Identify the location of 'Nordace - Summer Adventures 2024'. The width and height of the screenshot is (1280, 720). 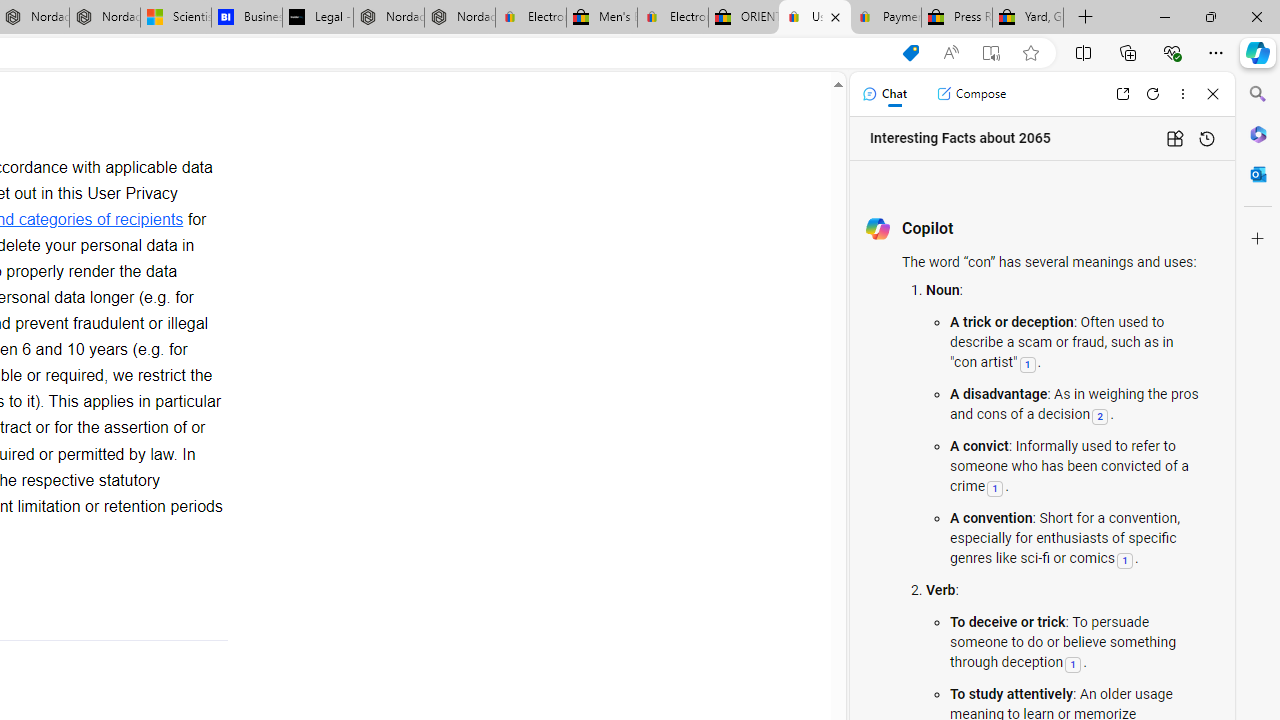
(389, 17).